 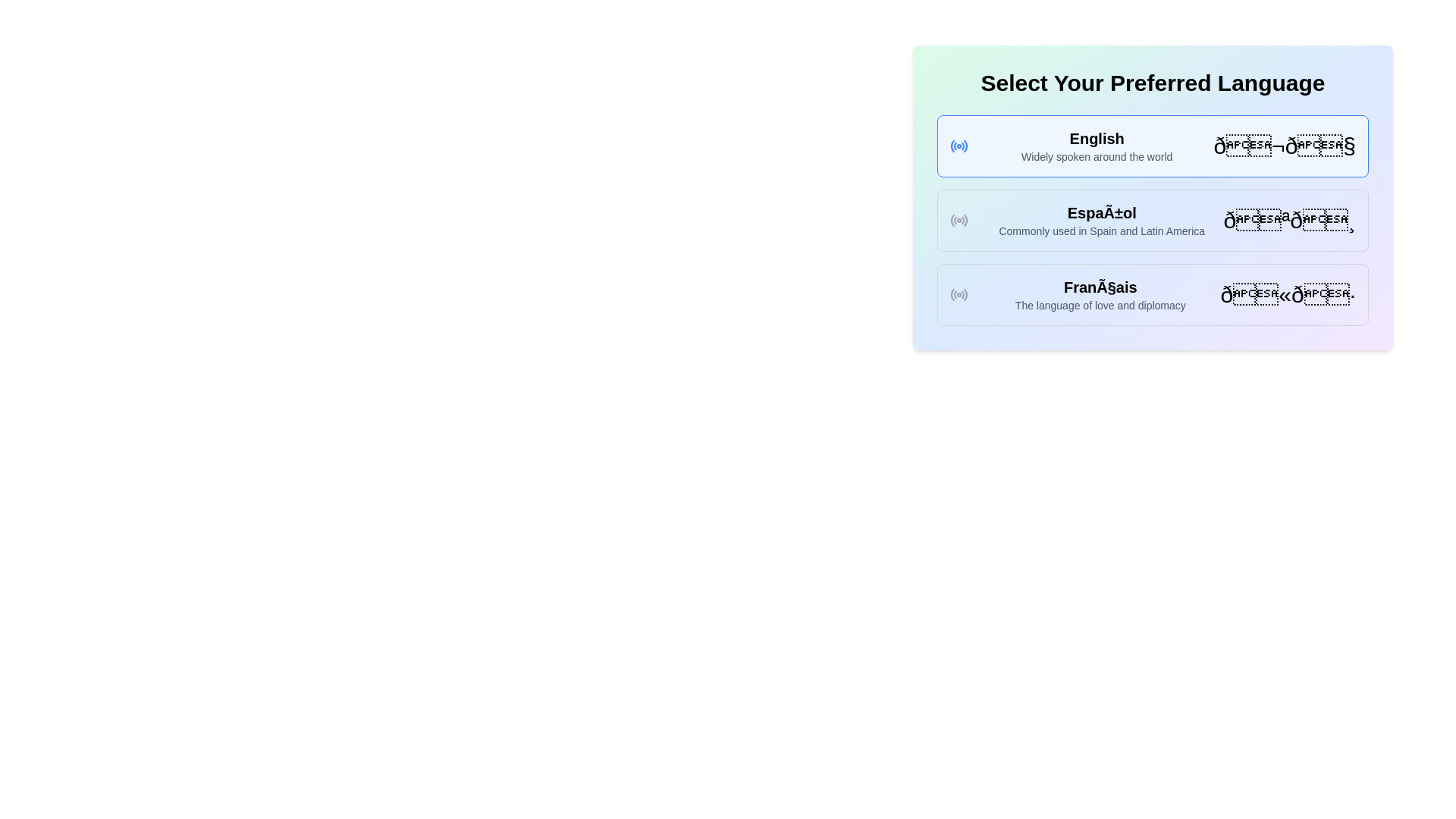 What do you see at coordinates (959, 146) in the screenshot?
I see `the blue radio button styled as a circular icon with wave-like indicators, located to the left of the 'English' label` at bounding box center [959, 146].